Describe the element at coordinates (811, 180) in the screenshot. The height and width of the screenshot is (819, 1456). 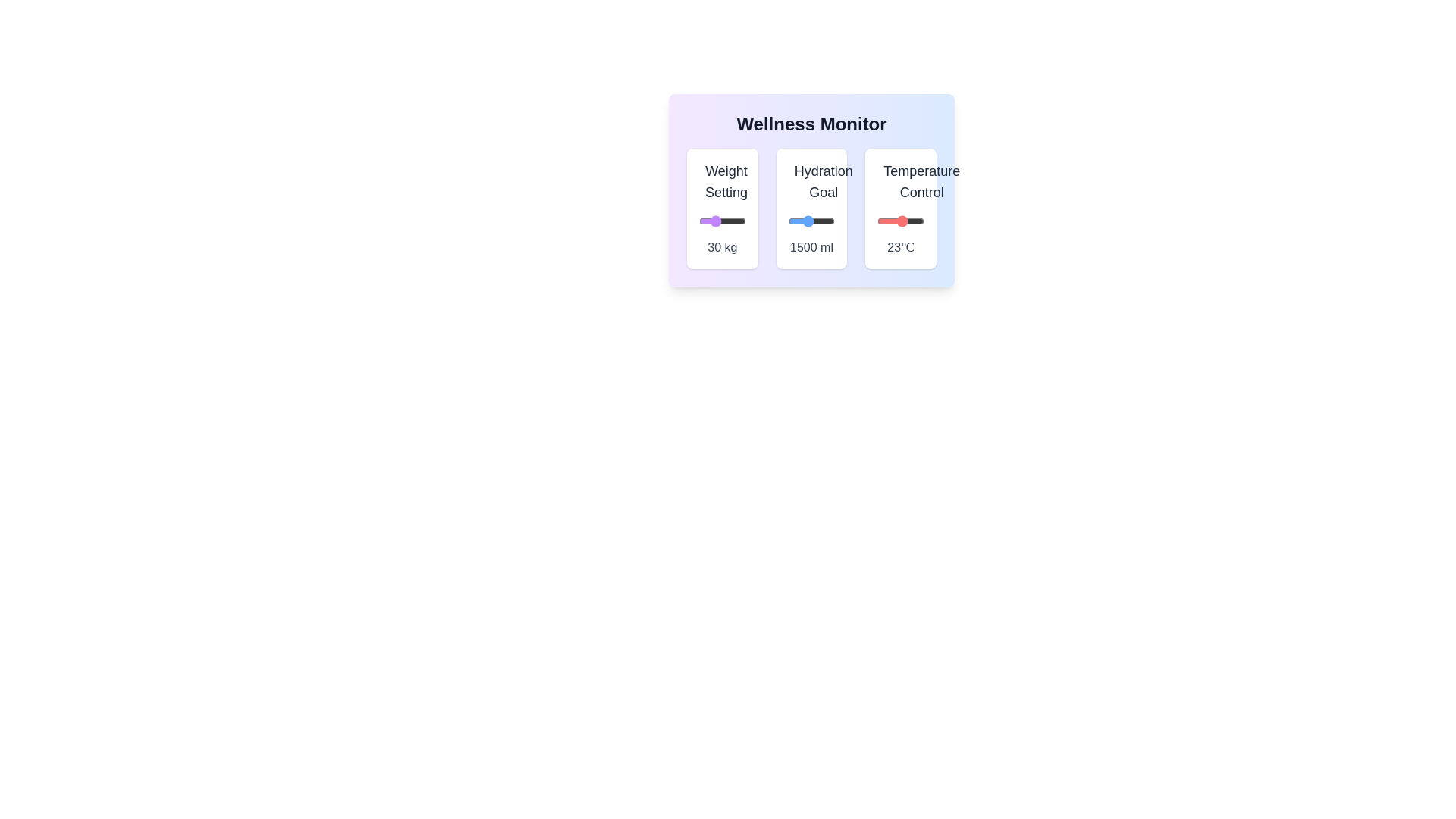
I see `the 'Hydration Goal' label which is styled in large, gray, medium-weight font and has a small blue droplet icon to its left` at that location.